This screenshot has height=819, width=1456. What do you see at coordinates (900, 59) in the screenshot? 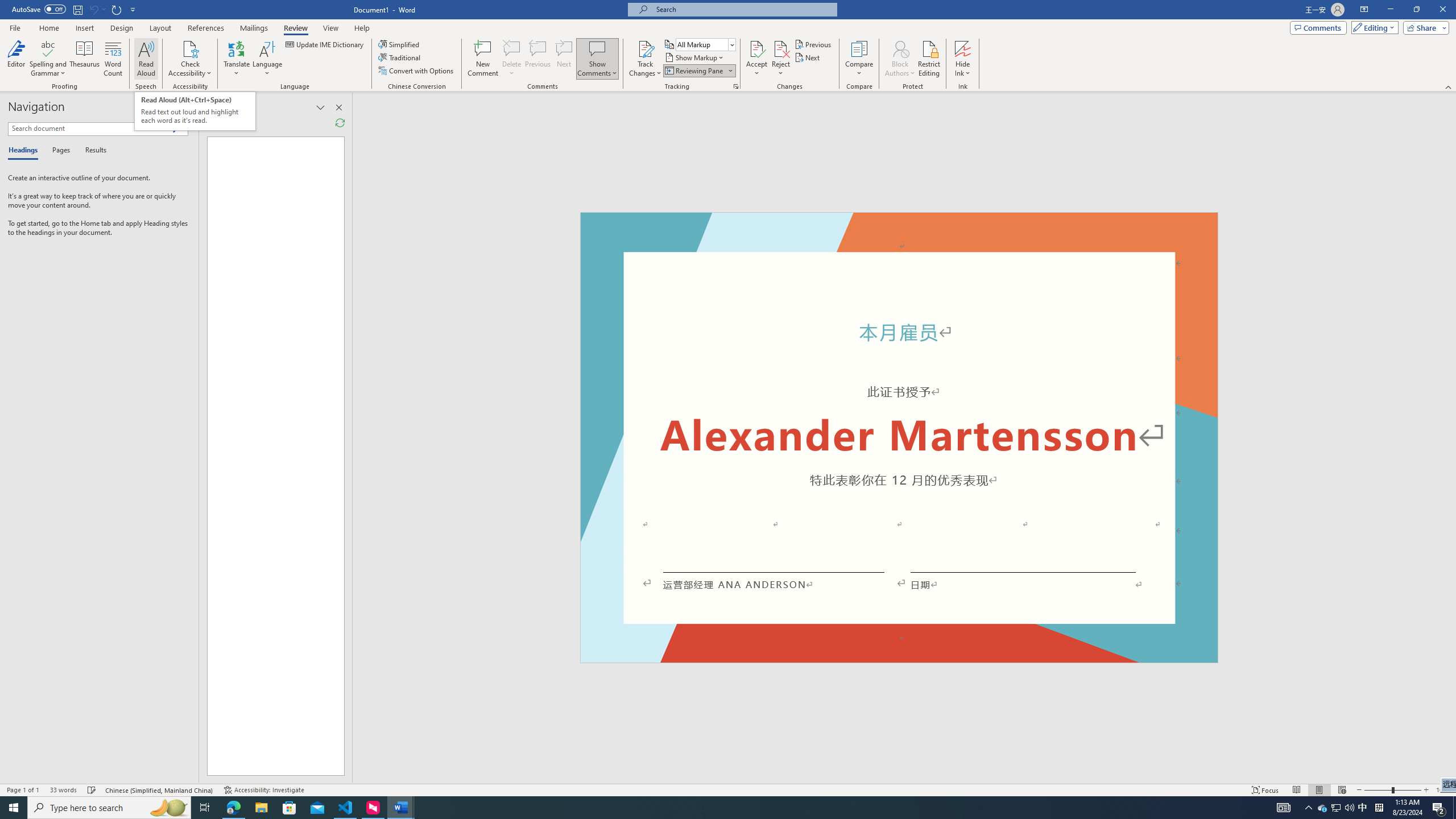
I see `'Block Authors'` at bounding box center [900, 59].